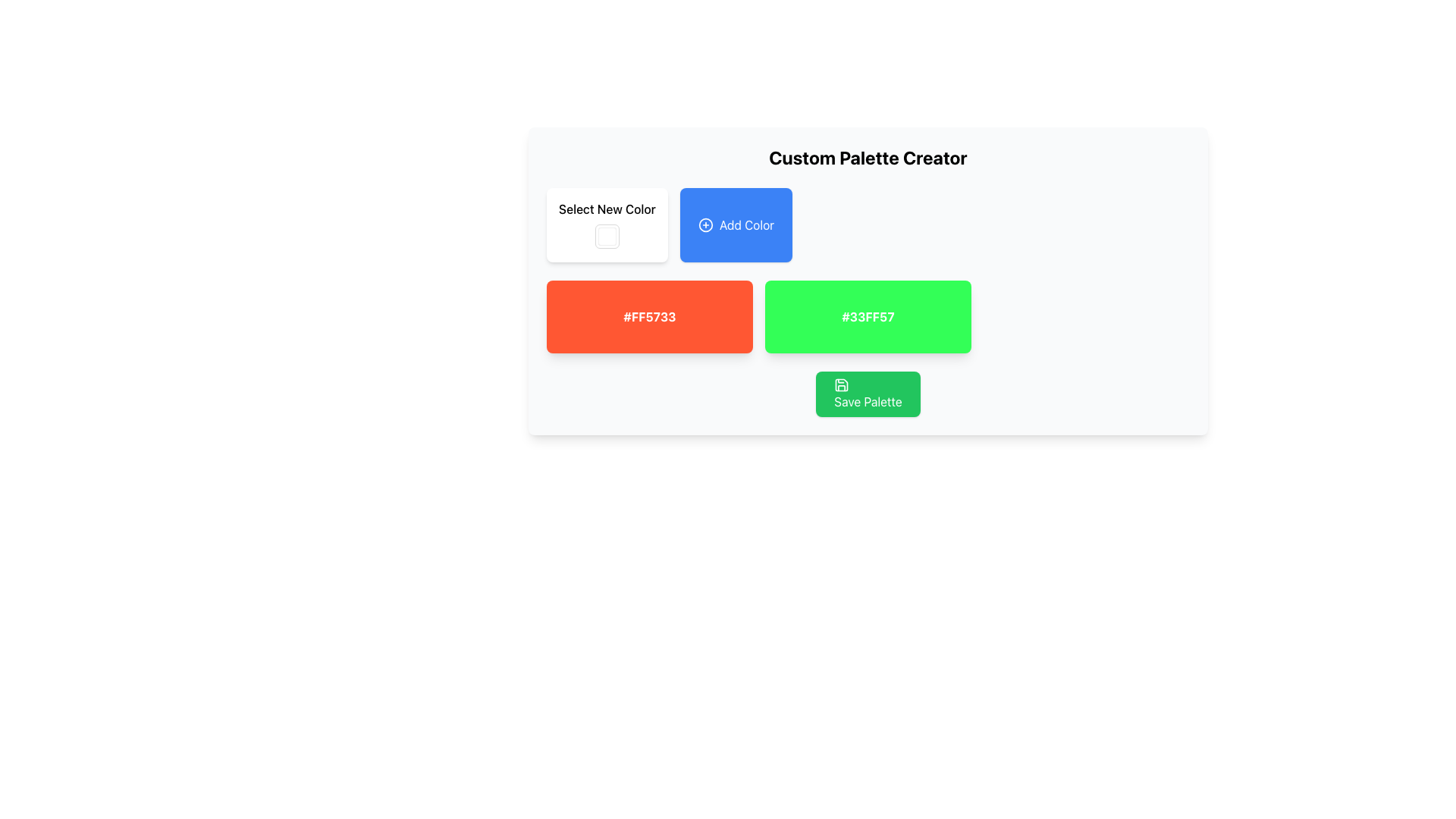  Describe the element at coordinates (841, 384) in the screenshot. I see `the save icon, which resembles a floppy disk and is located to the left of the 'Save Palette' text within a green button` at that location.